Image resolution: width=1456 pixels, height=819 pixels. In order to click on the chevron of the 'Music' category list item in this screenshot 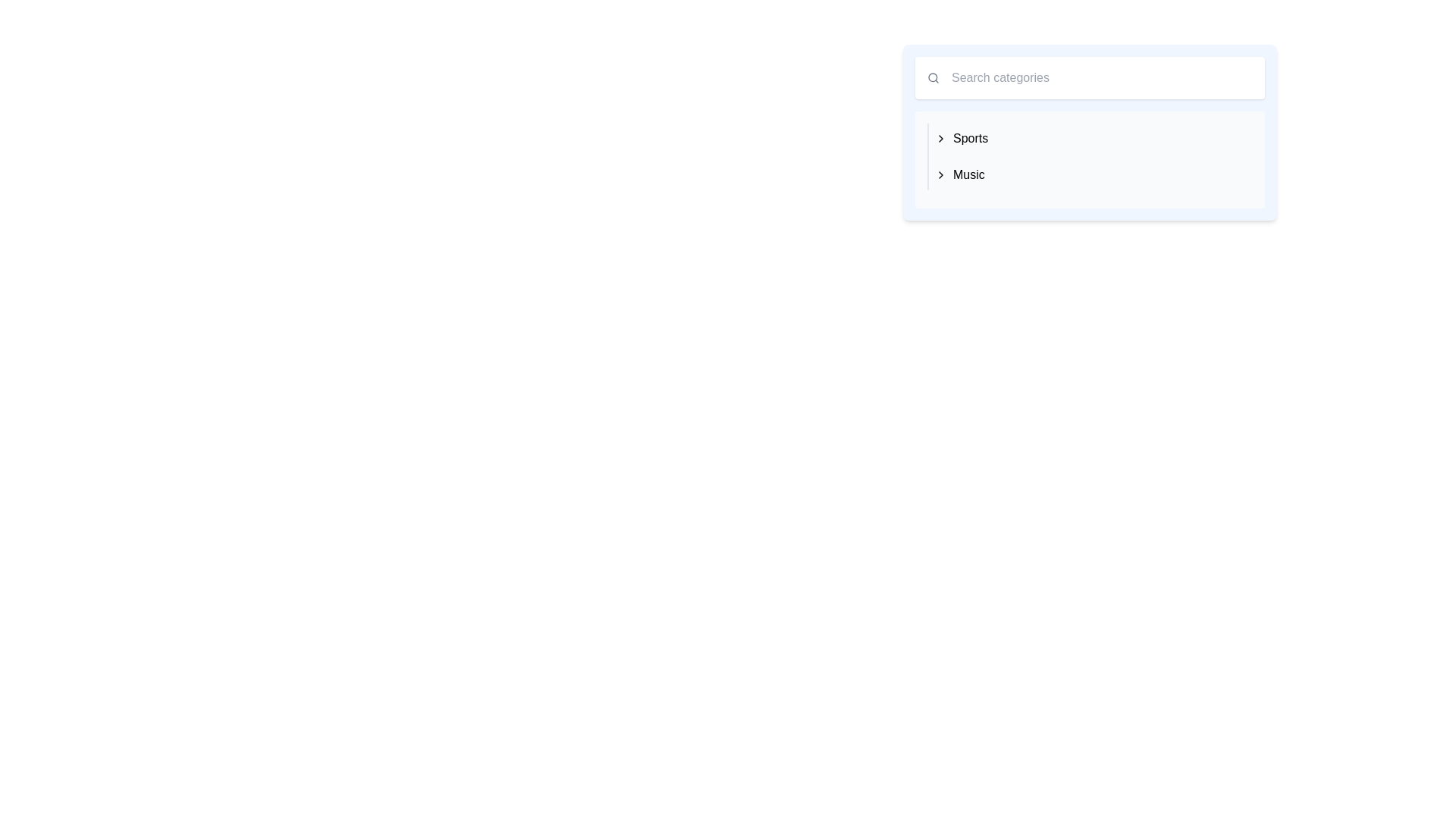, I will do `click(1090, 174)`.